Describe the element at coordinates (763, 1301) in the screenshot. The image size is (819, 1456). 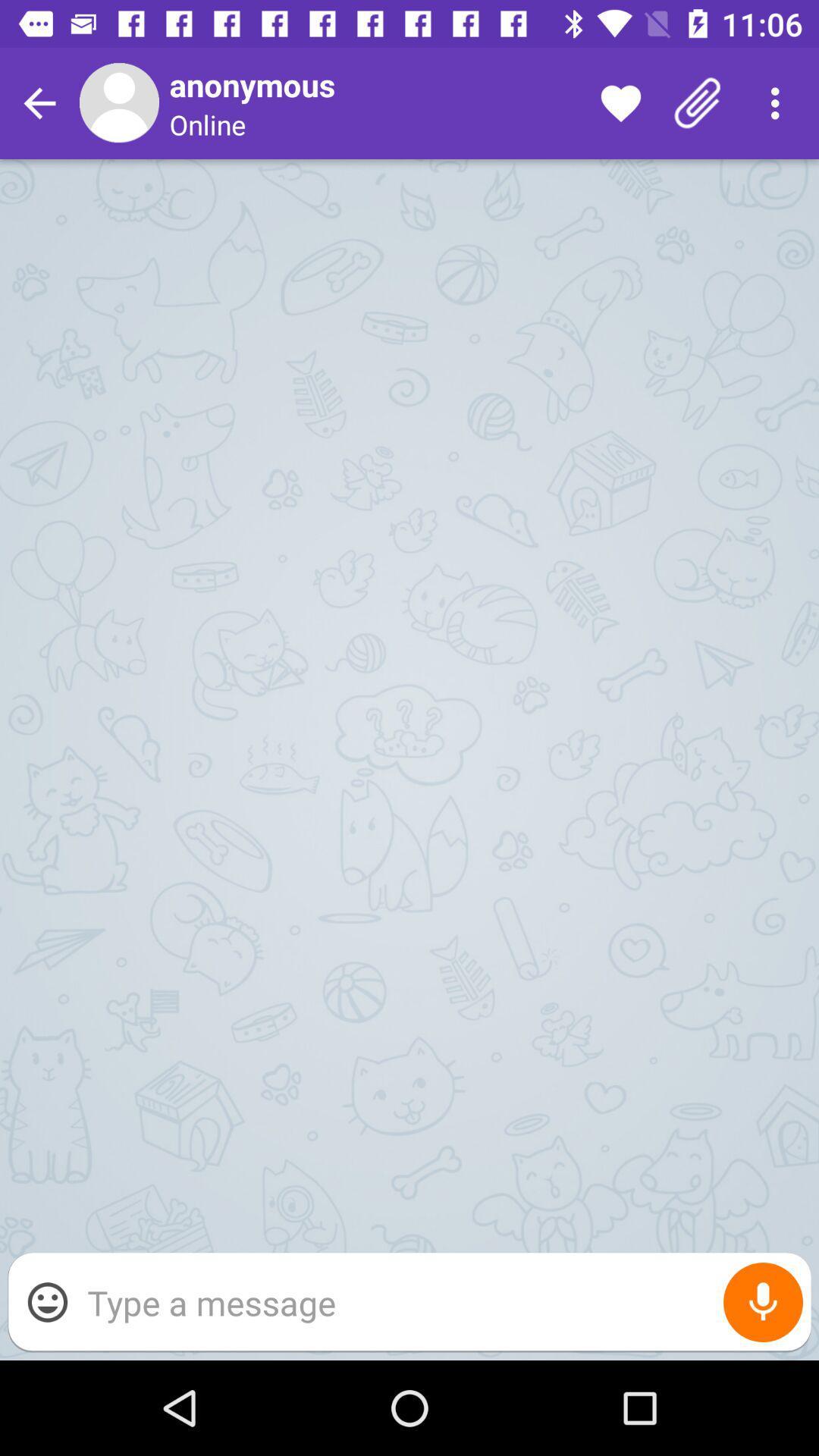
I see `record voice message` at that location.